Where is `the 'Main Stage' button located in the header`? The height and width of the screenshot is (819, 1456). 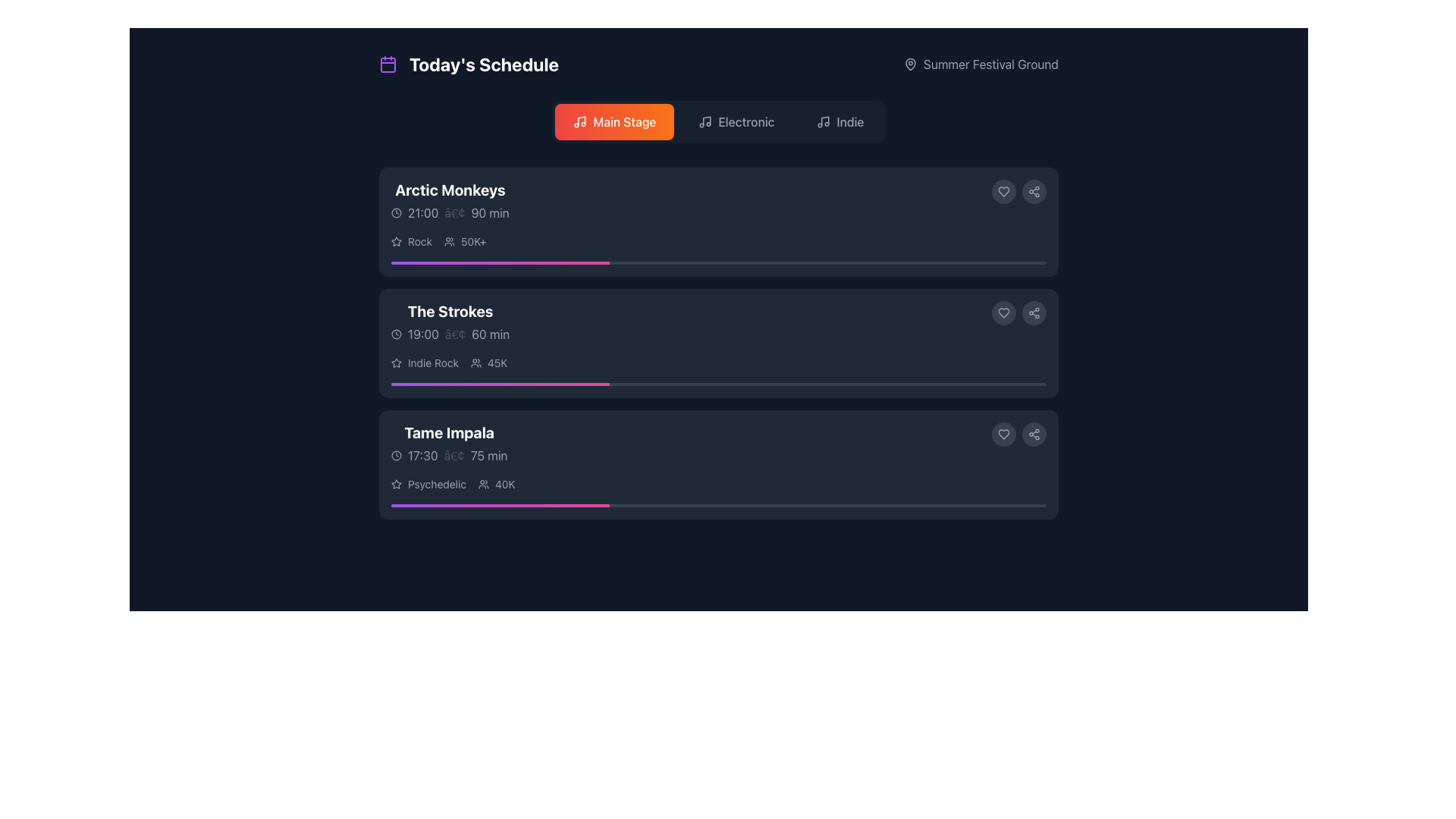
the 'Main Stage' button located in the header is located at coordinates (615, 121).